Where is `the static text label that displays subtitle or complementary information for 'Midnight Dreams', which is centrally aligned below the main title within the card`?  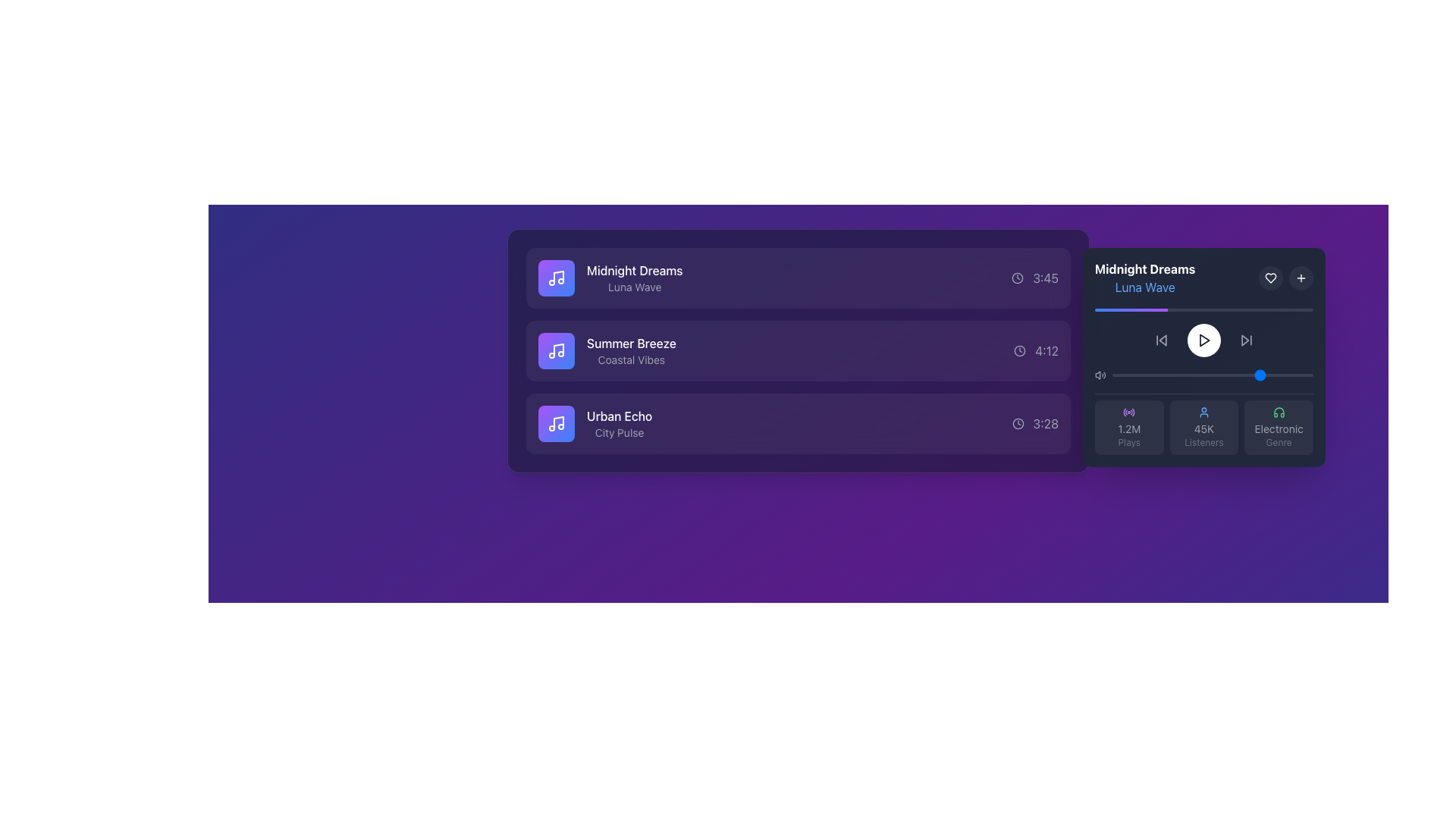
the static text label that displays subtitle or complementary information for 'Midnight Dreams', which is centrally aligned below the main title within the card is located at coordinates (635, 287).